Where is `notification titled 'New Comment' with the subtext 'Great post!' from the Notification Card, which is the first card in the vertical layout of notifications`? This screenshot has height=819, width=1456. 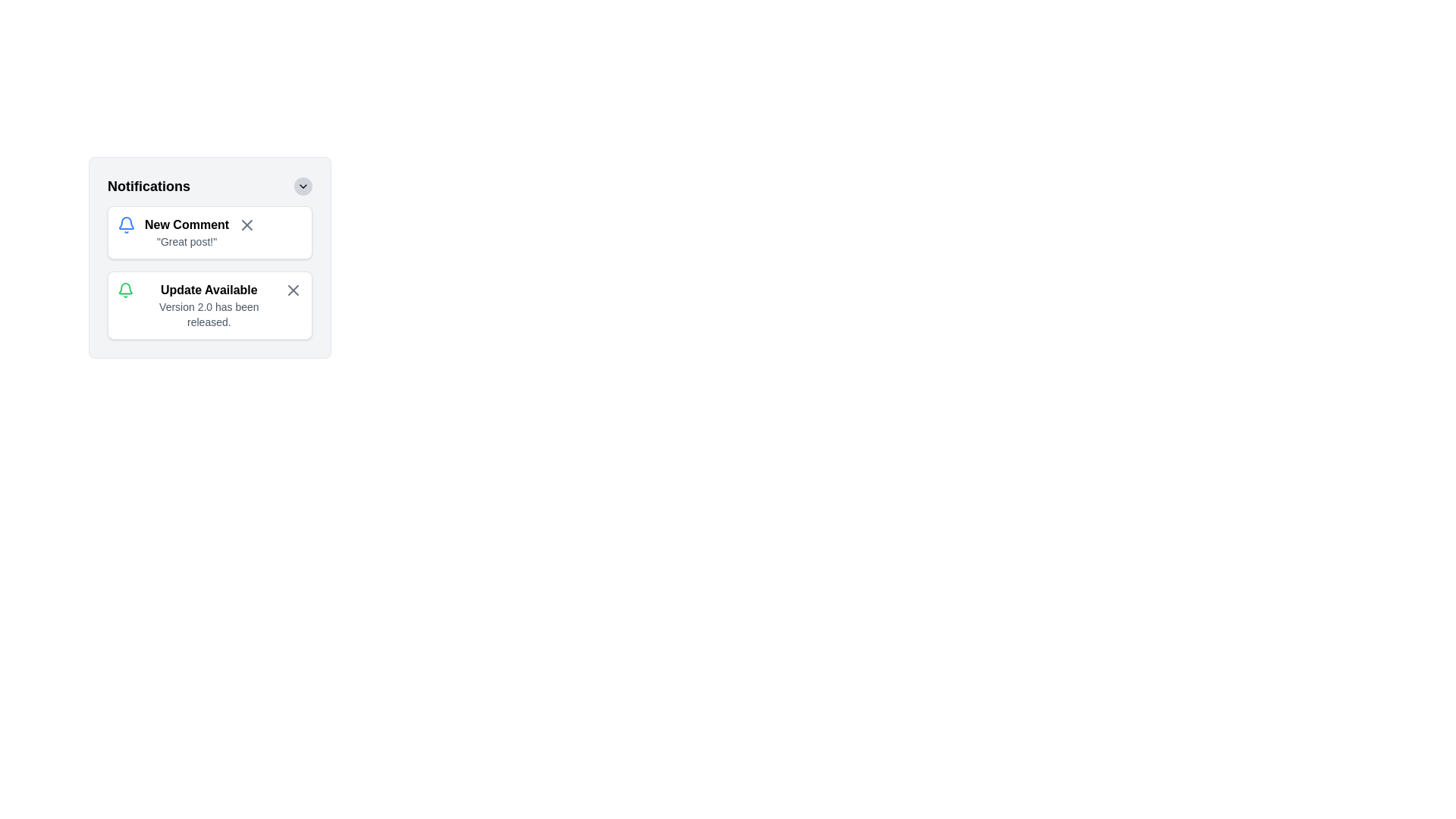
notification titled 'New Comment' with the subtext 'Great post!' from the Notification Card, which is the first card in the vertical layout of notifications is located at coordinates (209, 233).